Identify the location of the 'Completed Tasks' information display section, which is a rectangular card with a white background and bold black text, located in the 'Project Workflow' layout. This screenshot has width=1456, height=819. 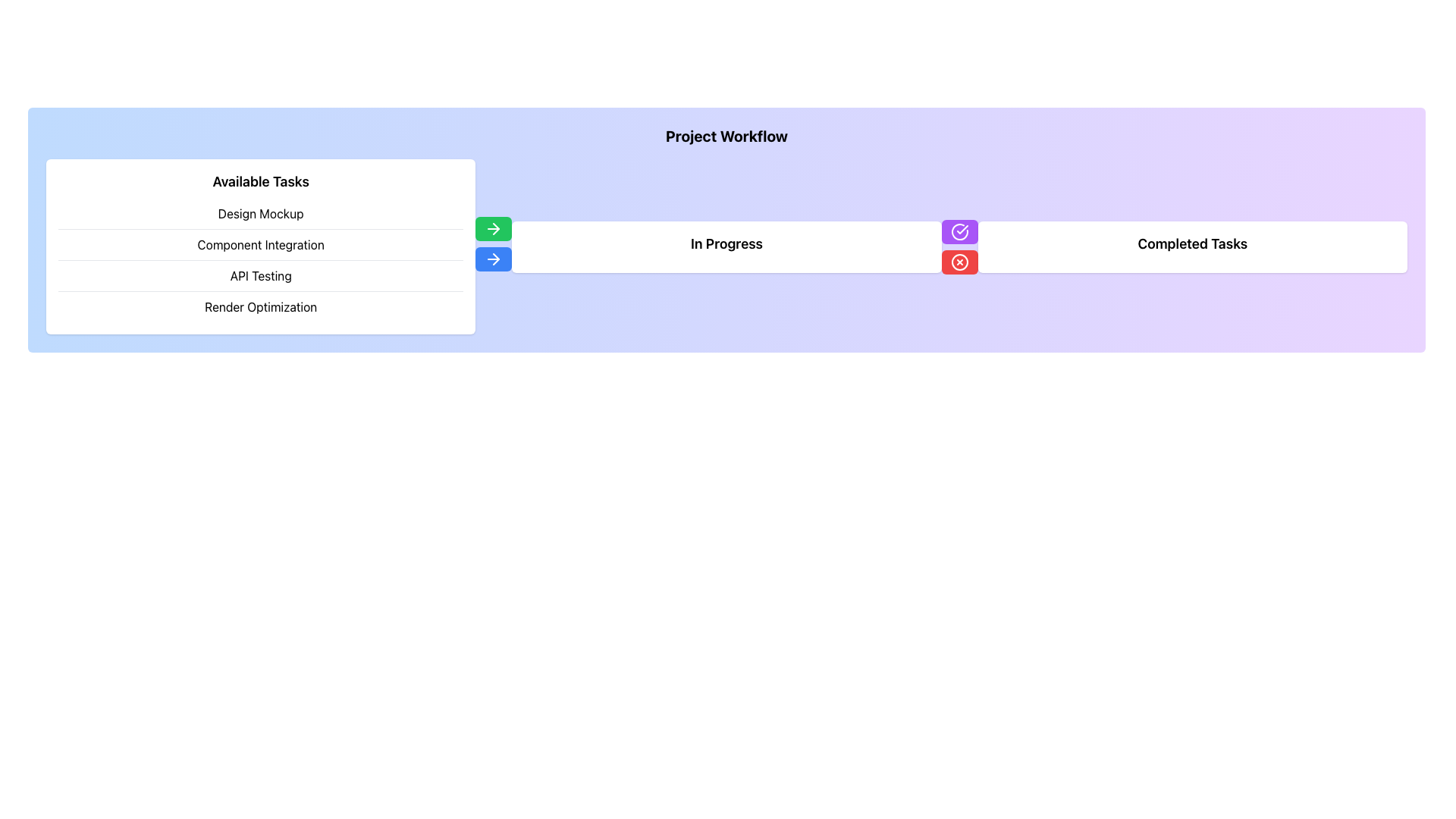
(1191, 246).